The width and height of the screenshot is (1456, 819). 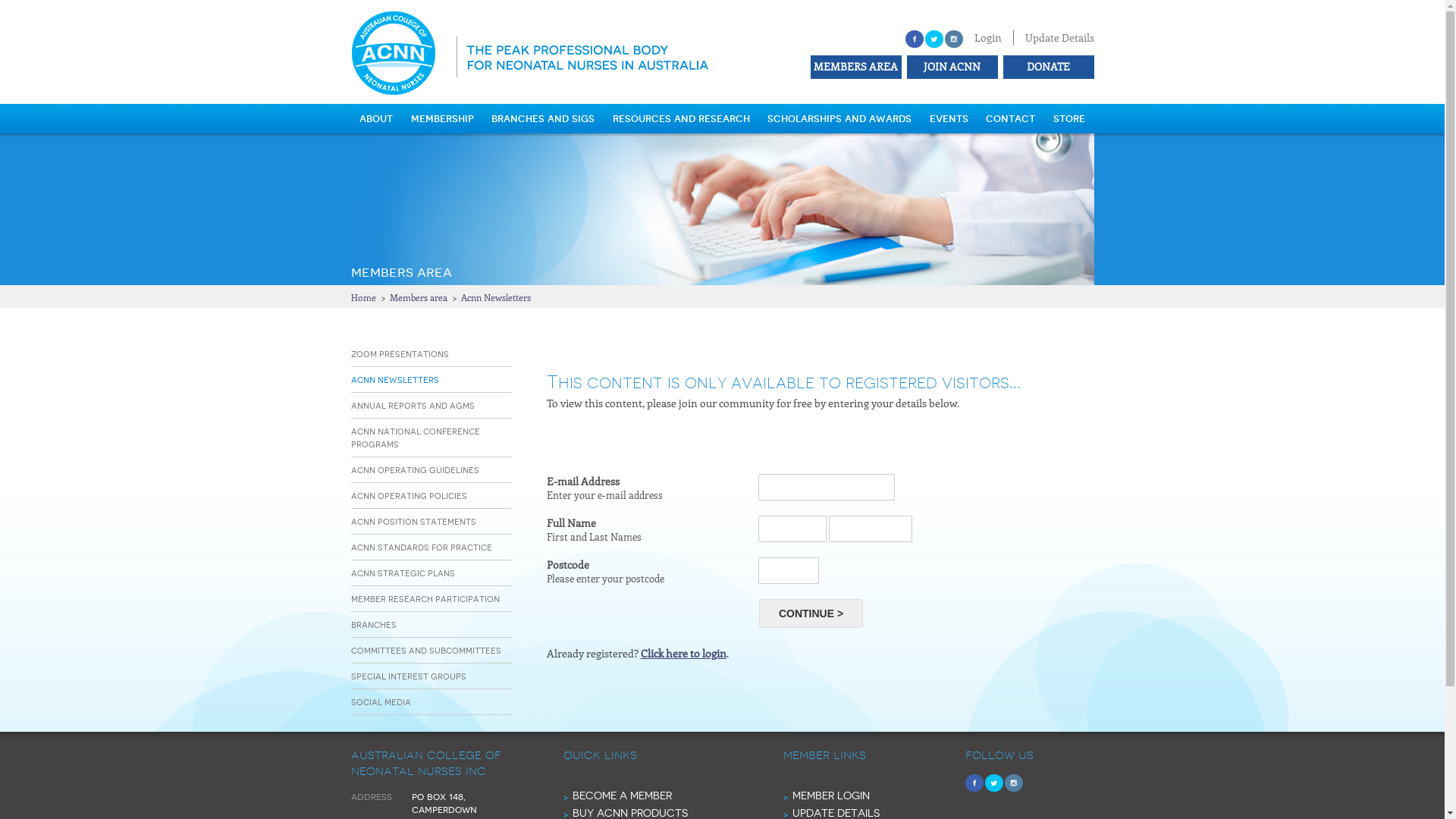 What do you see at coordinates (987, 36) in the screenshot?
I see `'Login'` at bounding box center [987, 36].